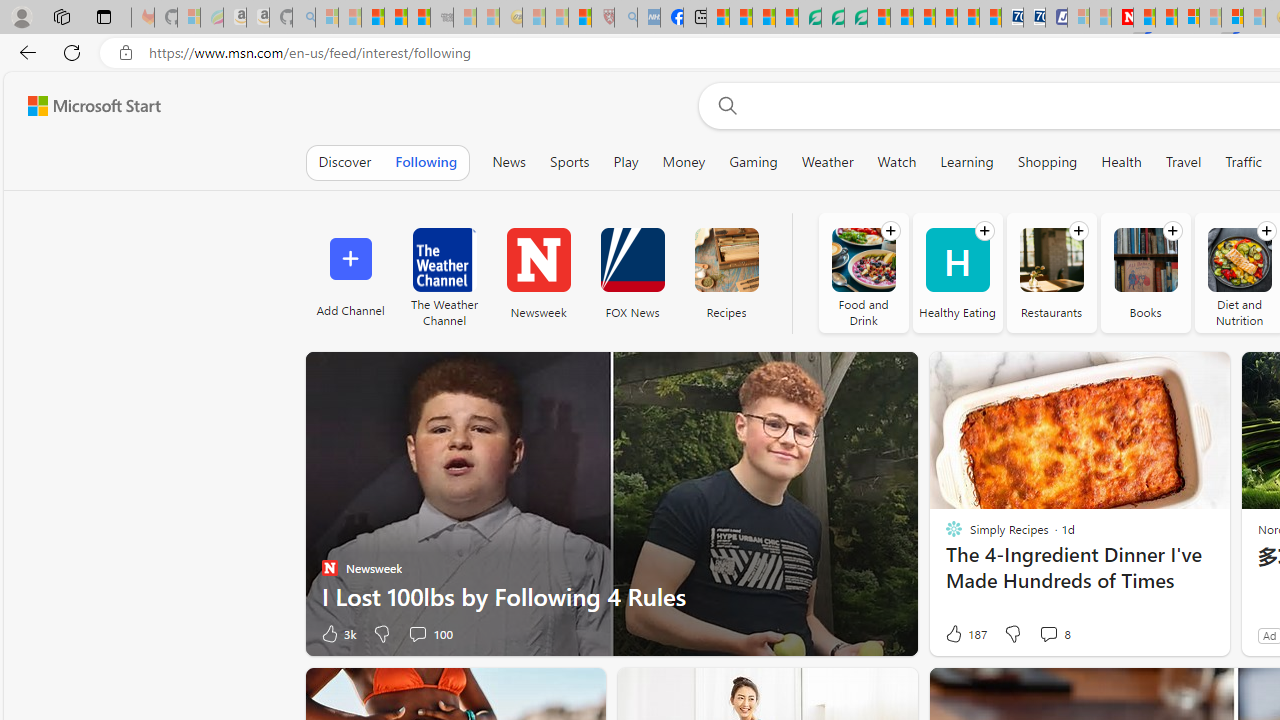  Describe the element at coordinates (1121, 161) in the screenshot. I see `'Health'` at that location.